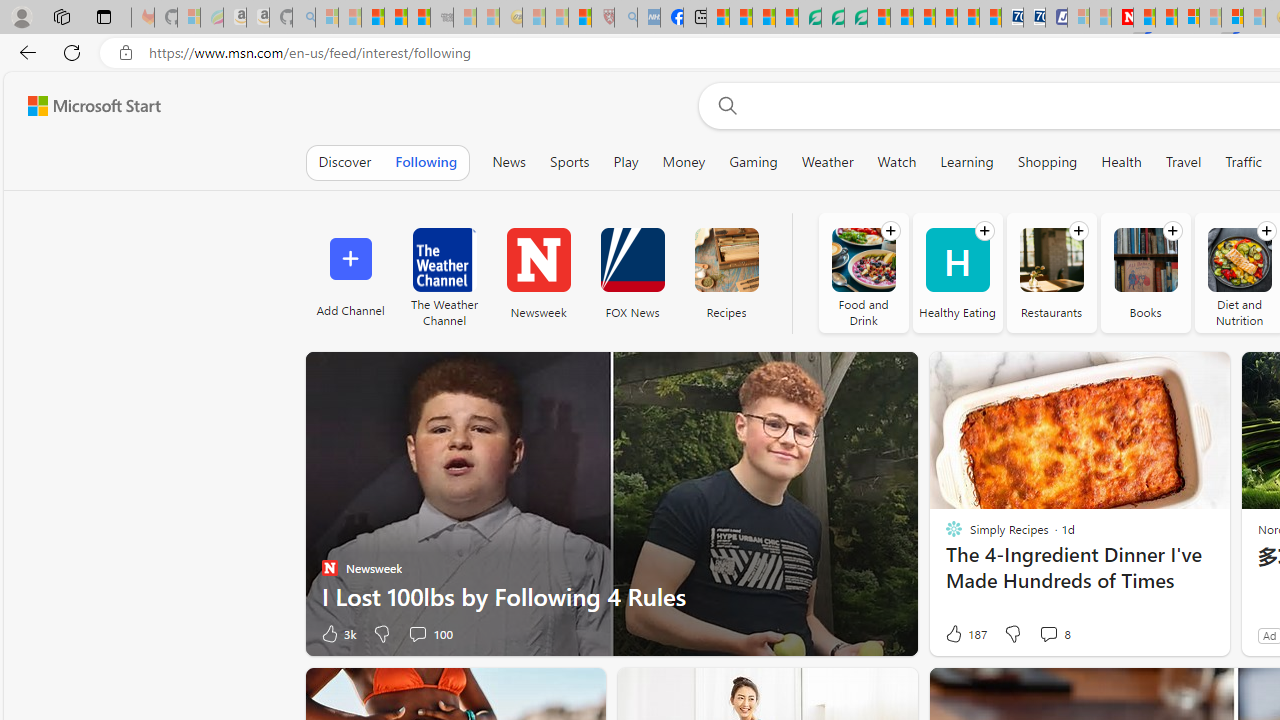  Describe the element at coordinates (1121, 161) in the screenshot. I see `'Health'` at that location.